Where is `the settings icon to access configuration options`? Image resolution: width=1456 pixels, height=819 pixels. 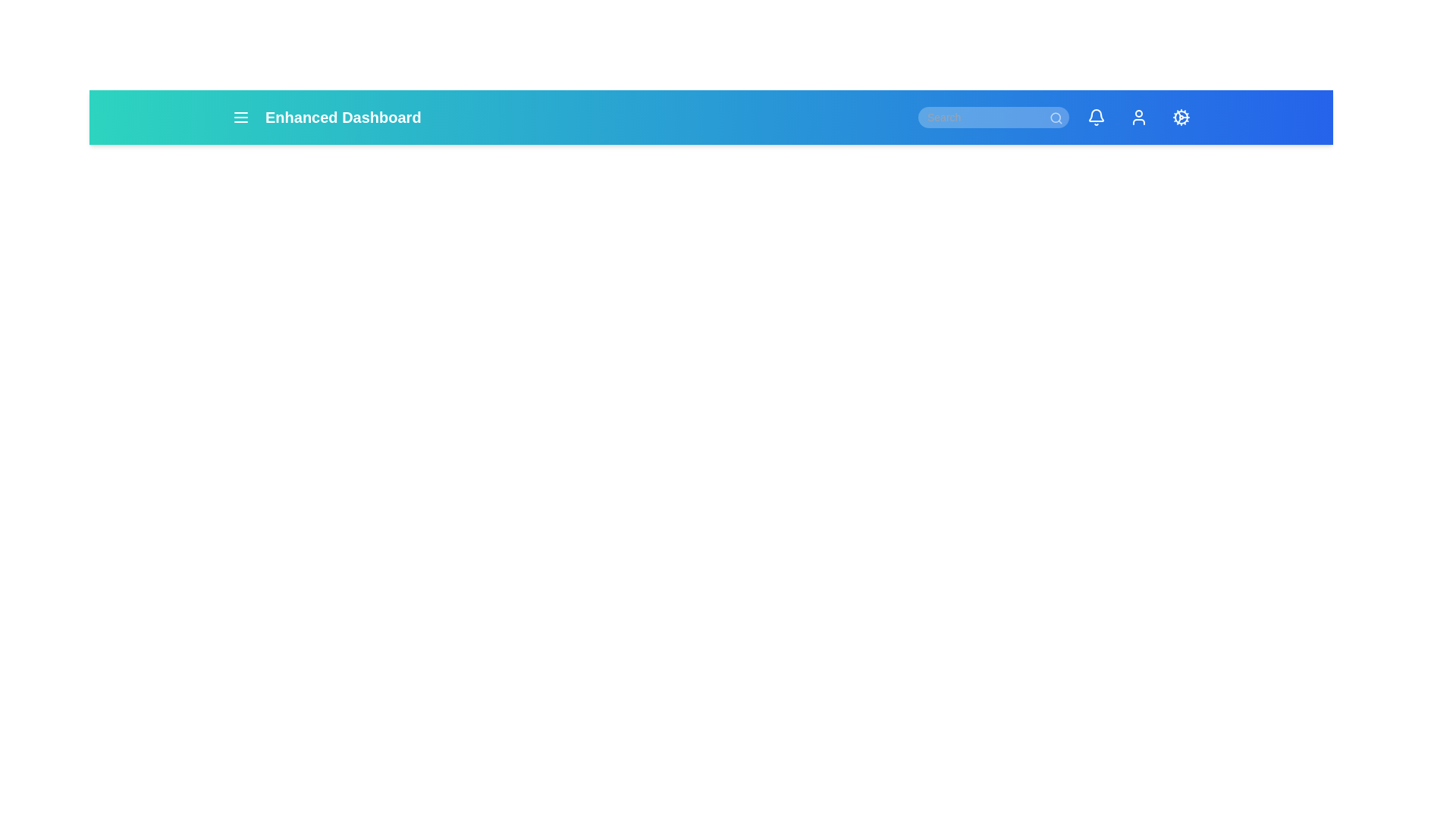
the settings icon to access configuration options is located at coordinates (1181, 116).